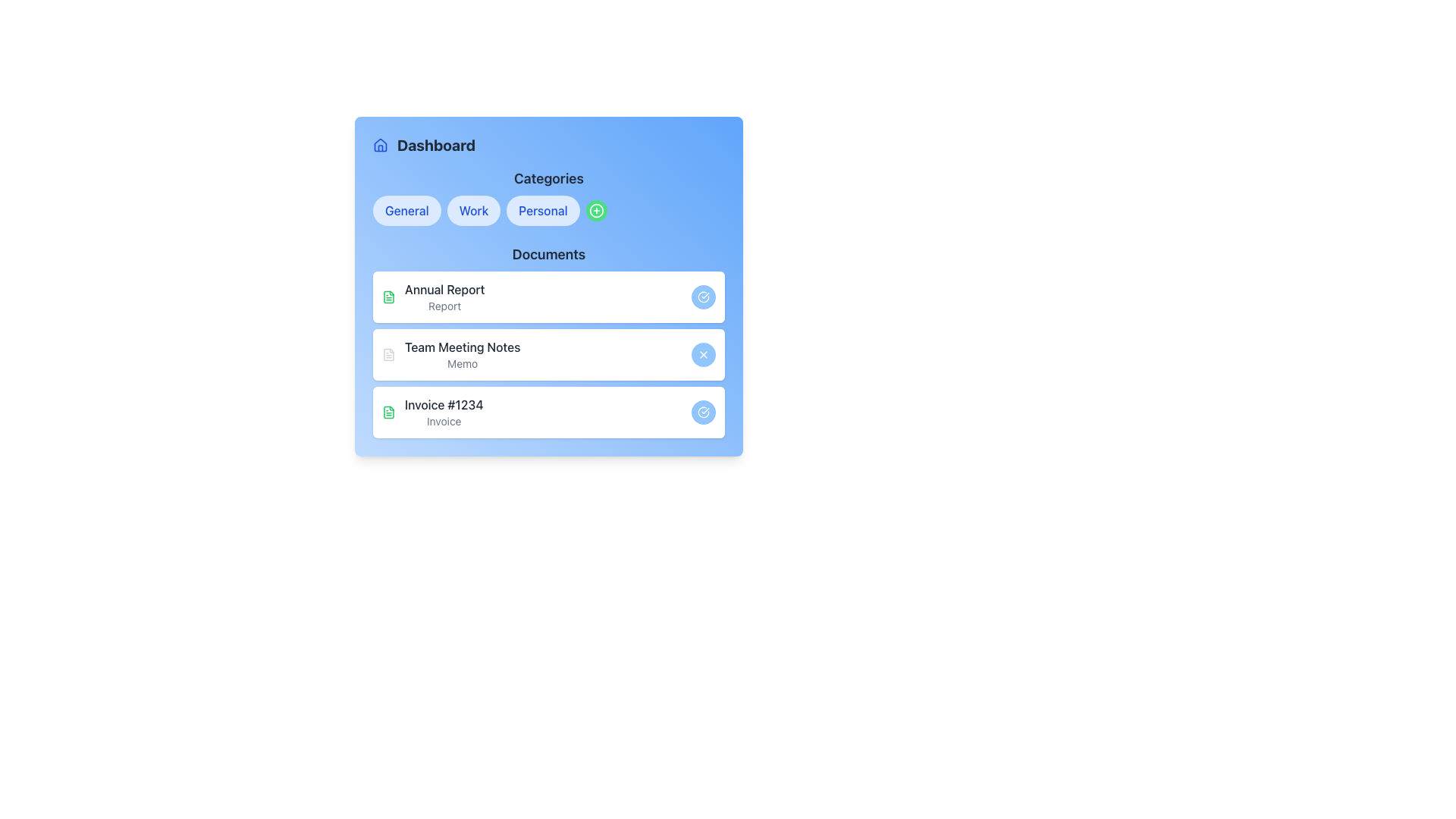 Image resolution: width=1456 pixels, height=819 pixels. I want to click on text label containing 'Invoice #1234' and 'Invoice' in the third document entry of the 'Documents' section, located below 'Team Meeting Notes', so click(443, 412).